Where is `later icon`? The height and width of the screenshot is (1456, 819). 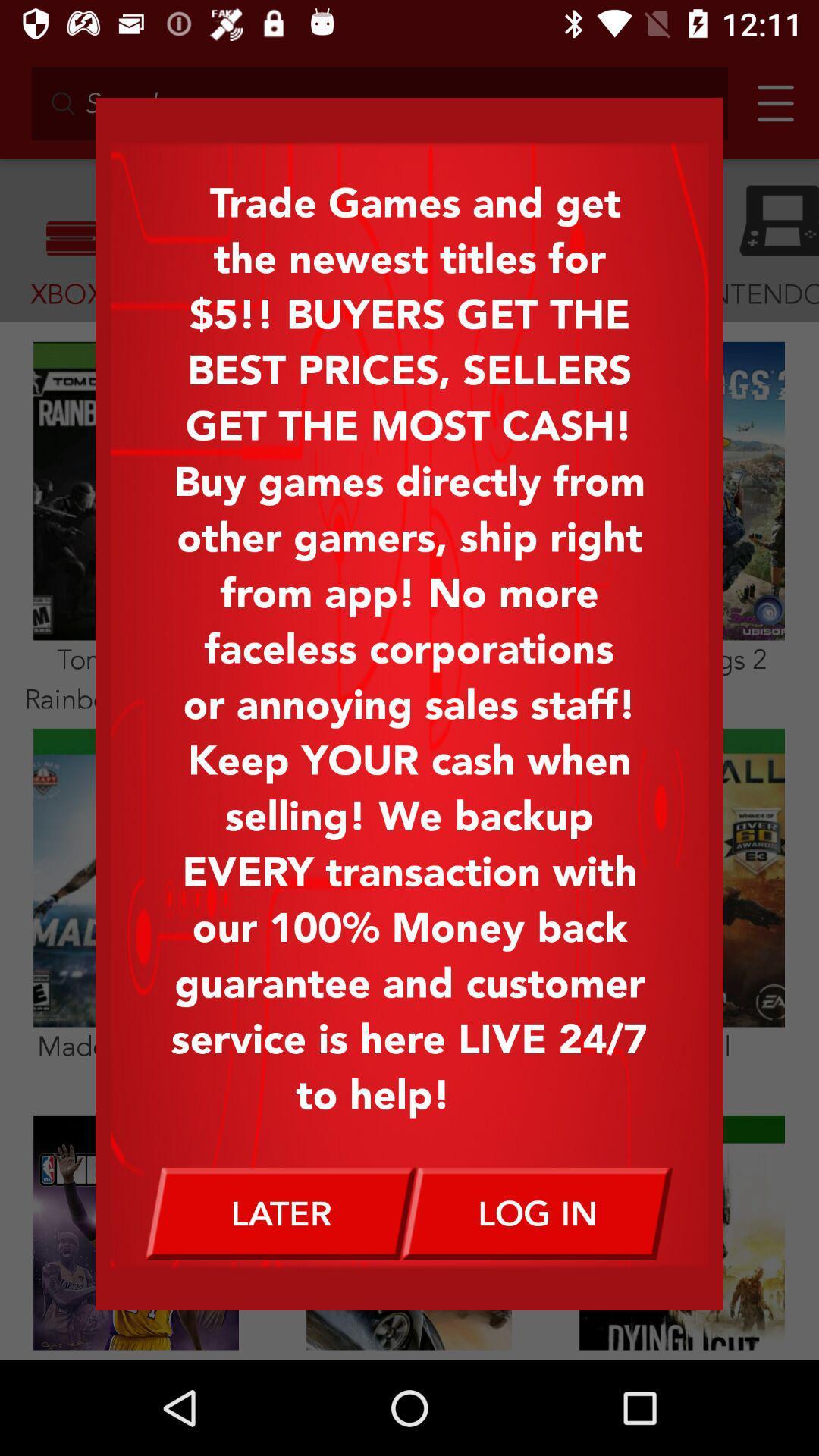 later icon is located at coordinates (281, 1213).